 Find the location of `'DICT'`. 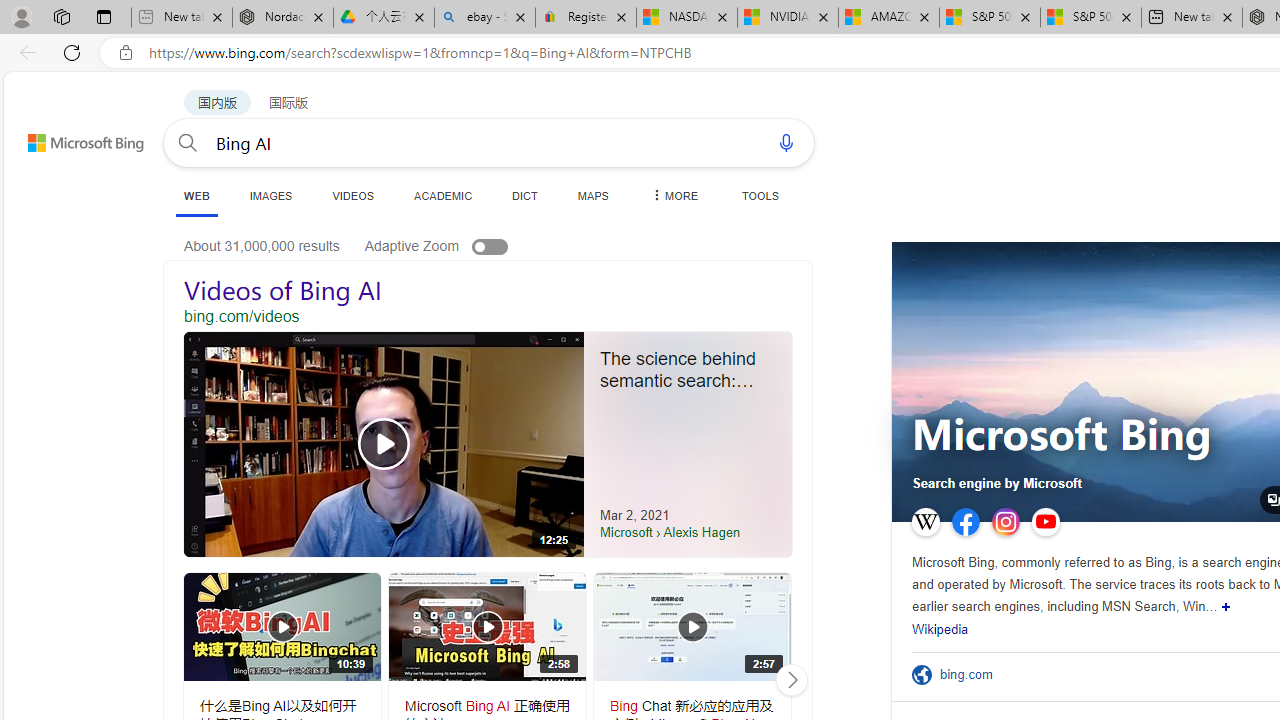

'DICT' is located at coordinates (525, 195).